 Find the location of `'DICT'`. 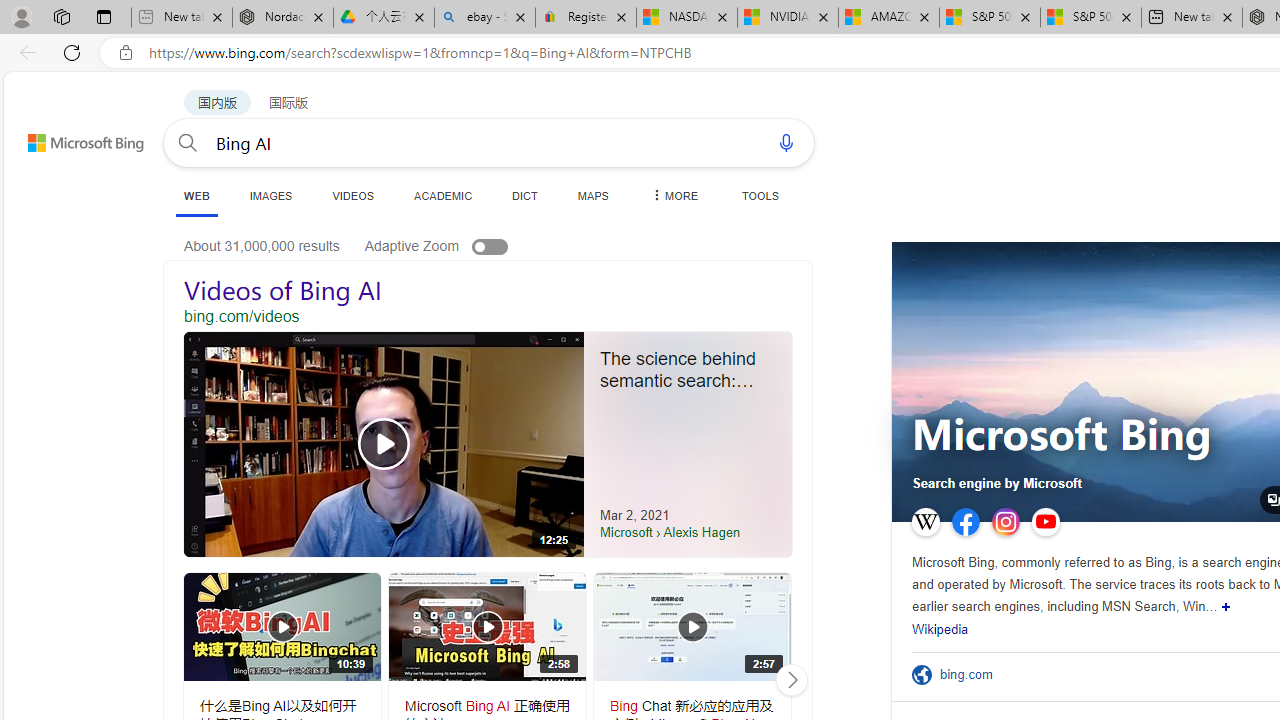

'DICT' is located at coordinates (525, 195).